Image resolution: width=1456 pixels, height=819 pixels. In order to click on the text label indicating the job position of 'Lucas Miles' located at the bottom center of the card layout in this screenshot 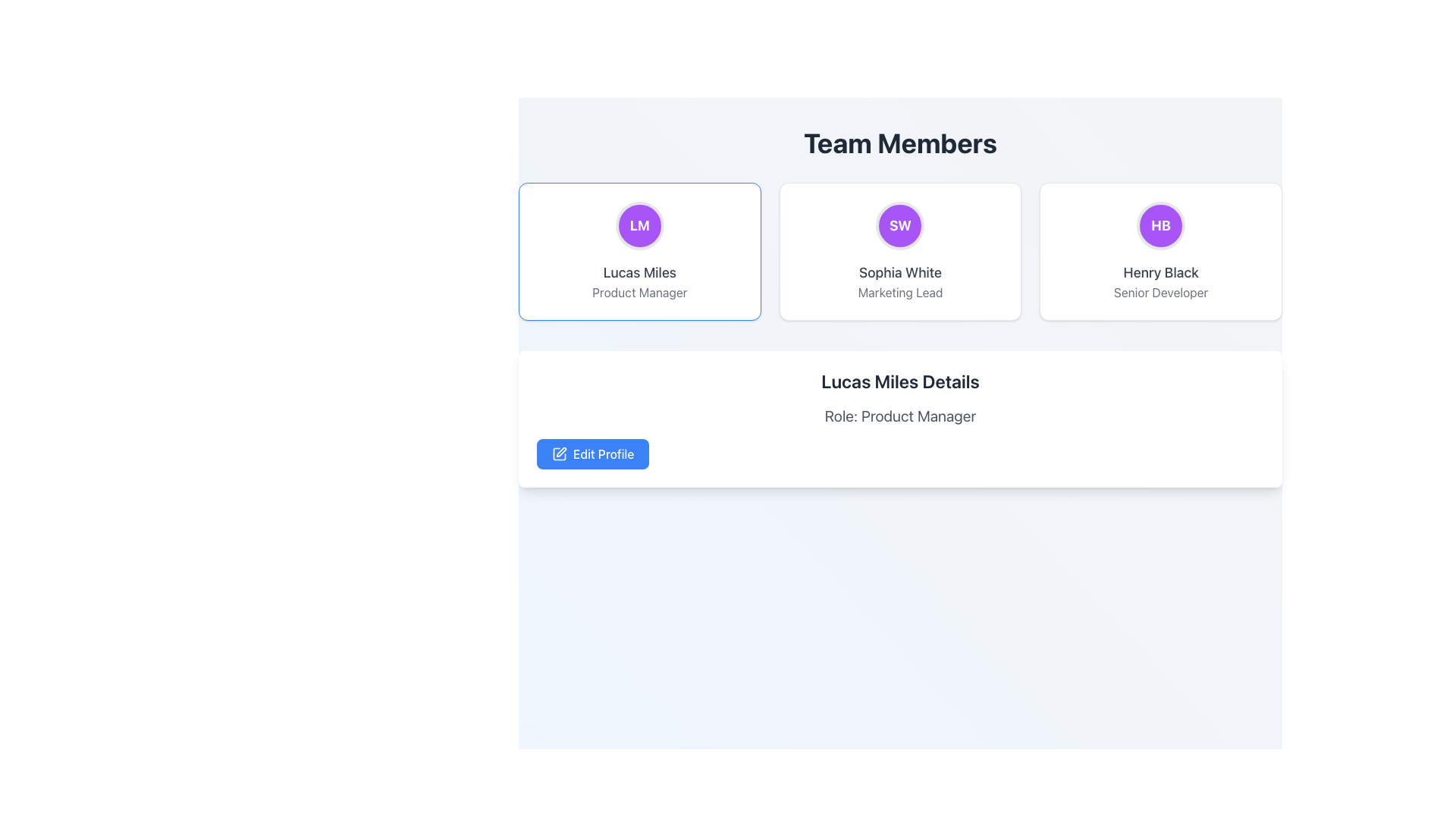, I will do `click(639, 292)`.